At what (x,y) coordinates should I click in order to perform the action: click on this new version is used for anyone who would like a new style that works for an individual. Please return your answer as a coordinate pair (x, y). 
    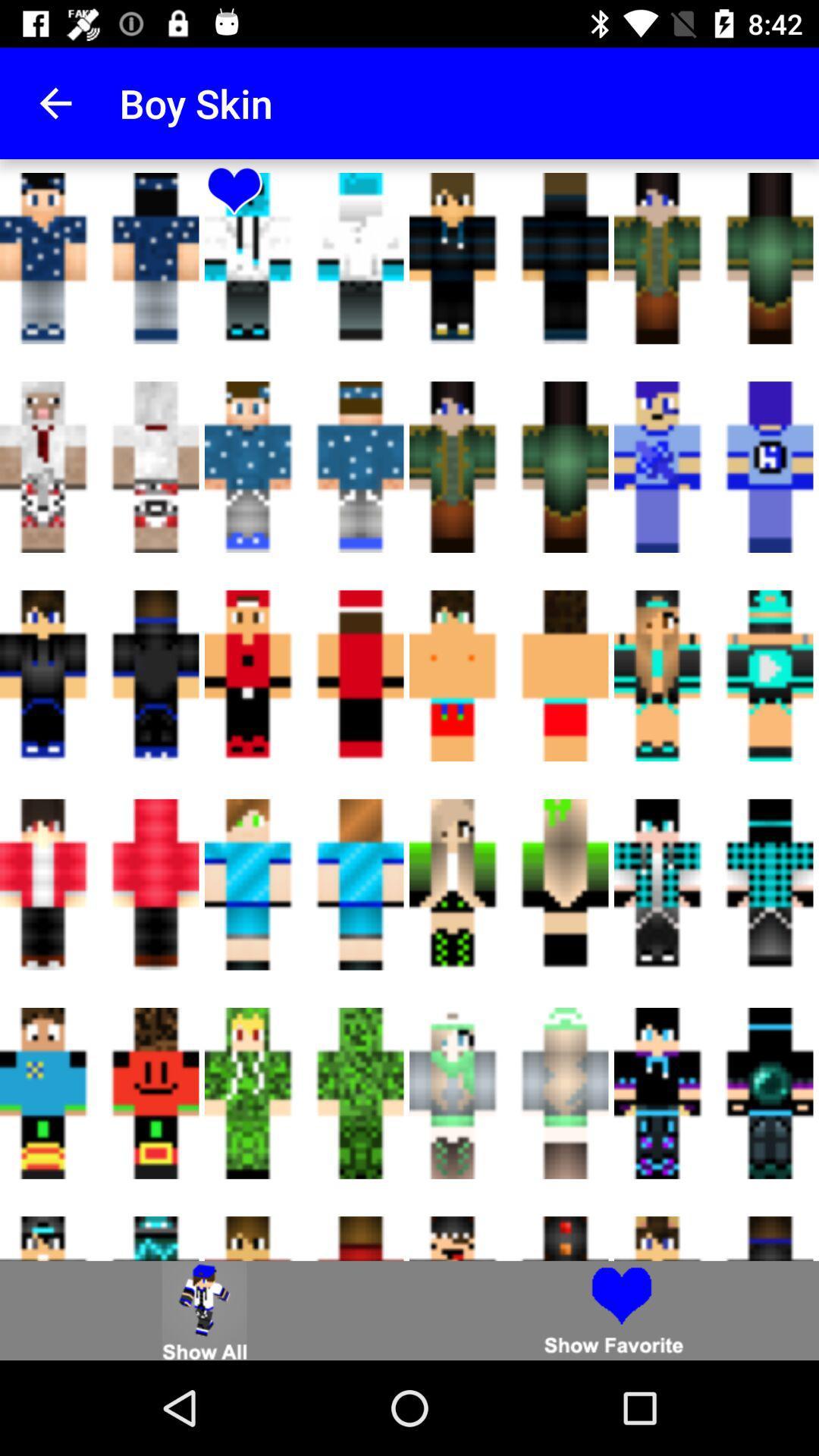
    Looking at the image, I should click on (205, 1310).